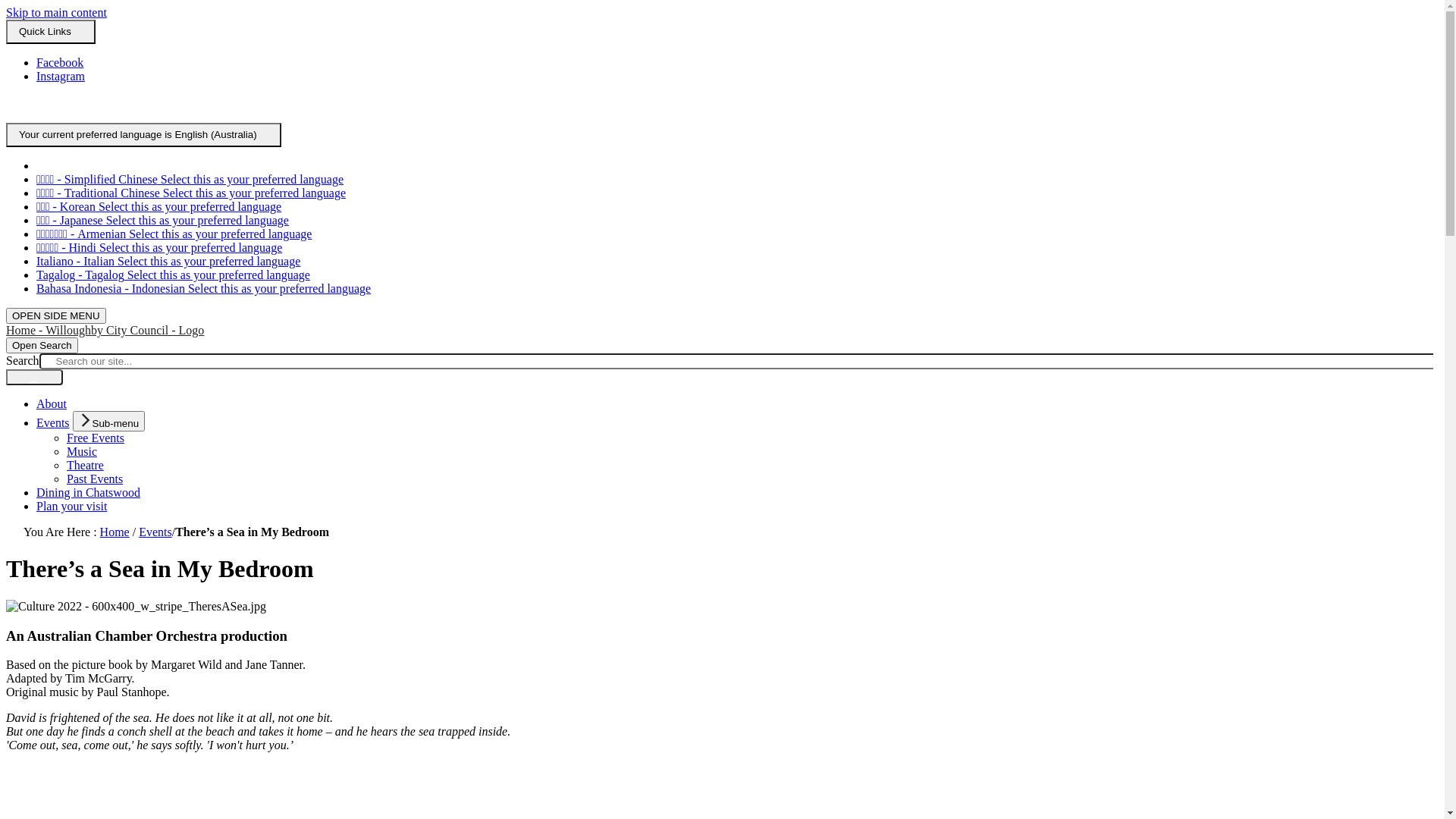 The height and width of the screenshot is (819, 1456). Describe the element at coordinates (61, 76) in the screenshot. I see `'Instagram'` at that location.